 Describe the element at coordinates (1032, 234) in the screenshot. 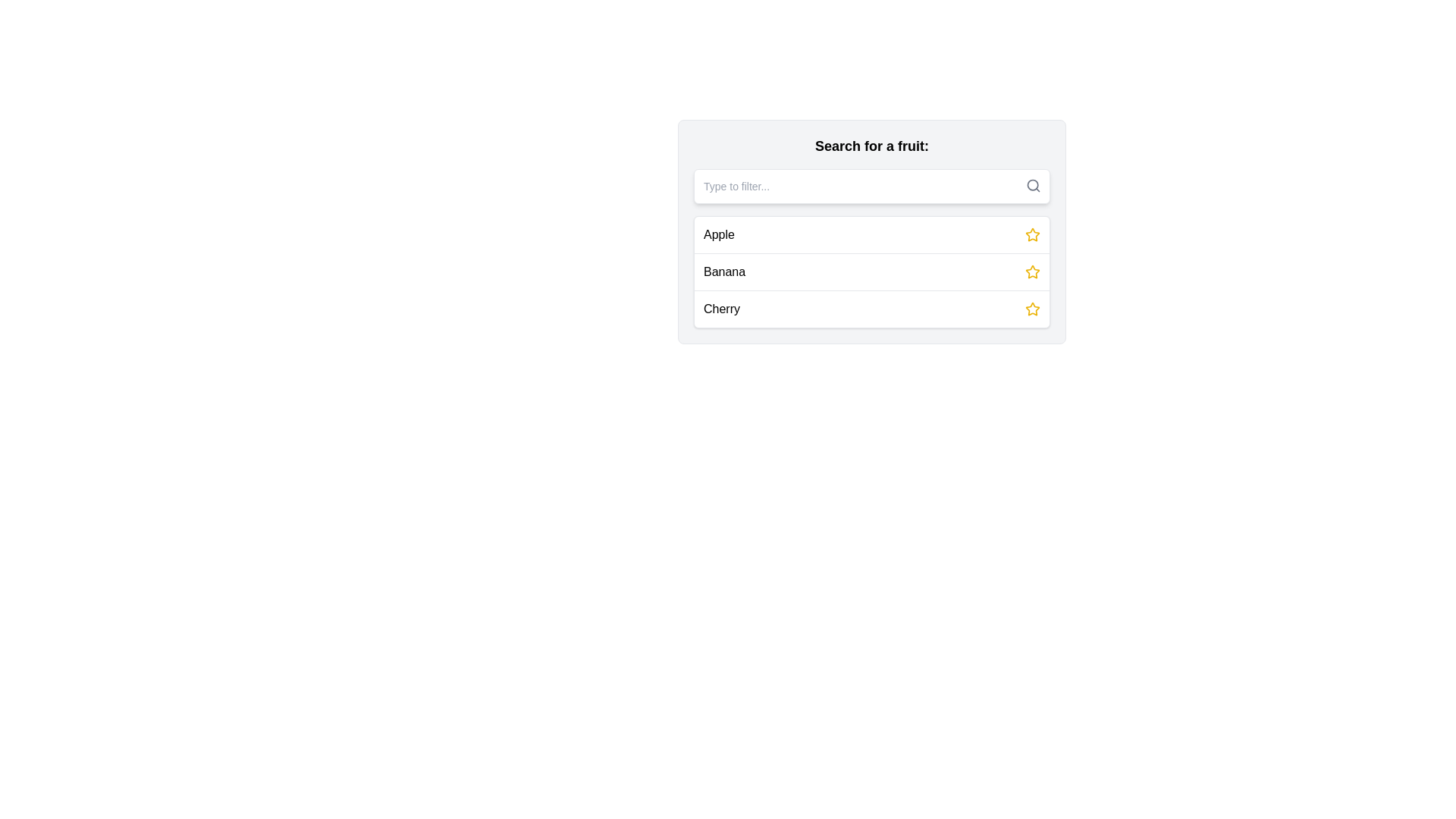

I see `the favorite marker icon for the 'Apple' item` at that location.